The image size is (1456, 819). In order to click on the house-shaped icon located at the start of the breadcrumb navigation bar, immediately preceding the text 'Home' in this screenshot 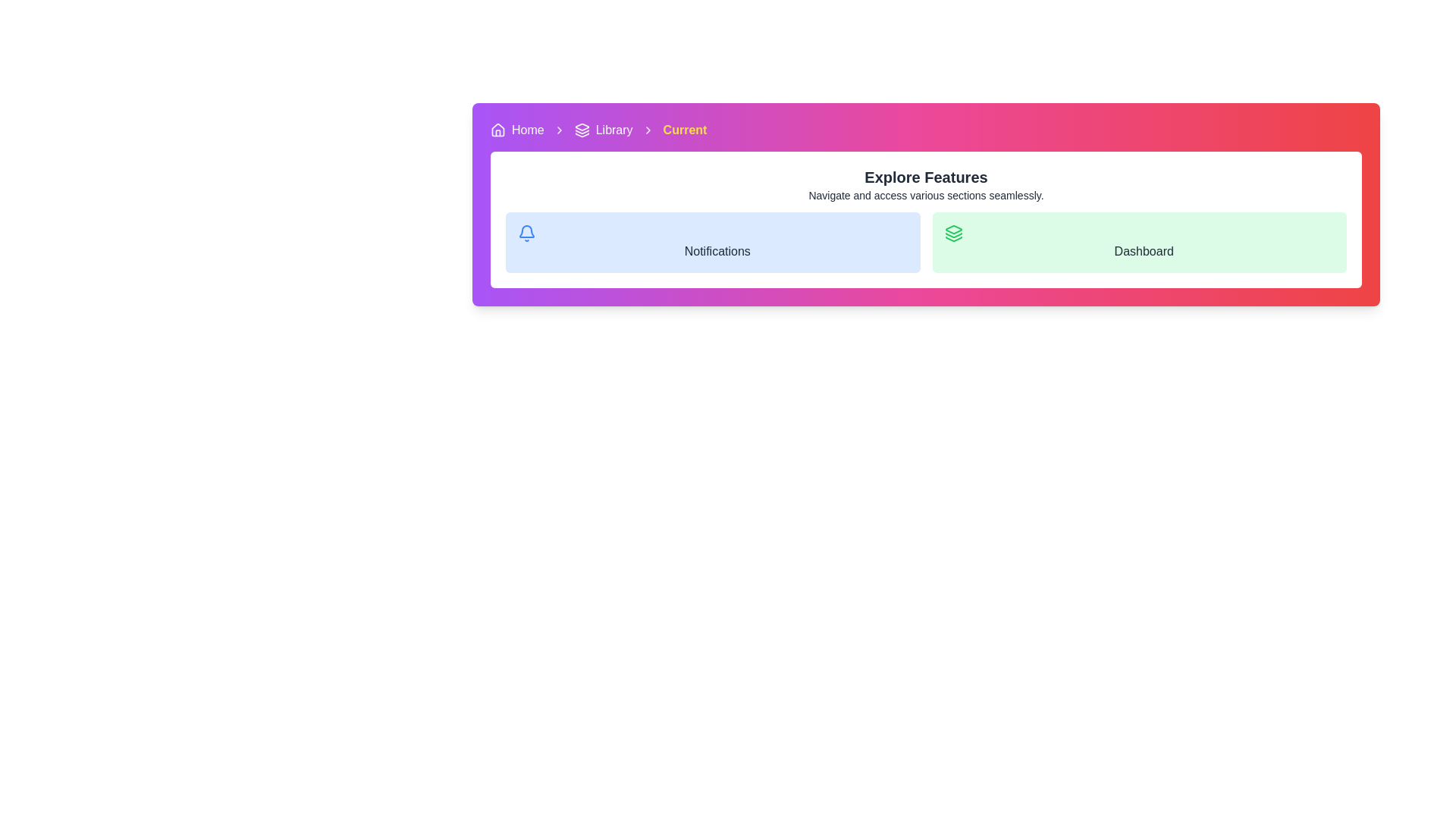, I will do `click(498, 130)`.